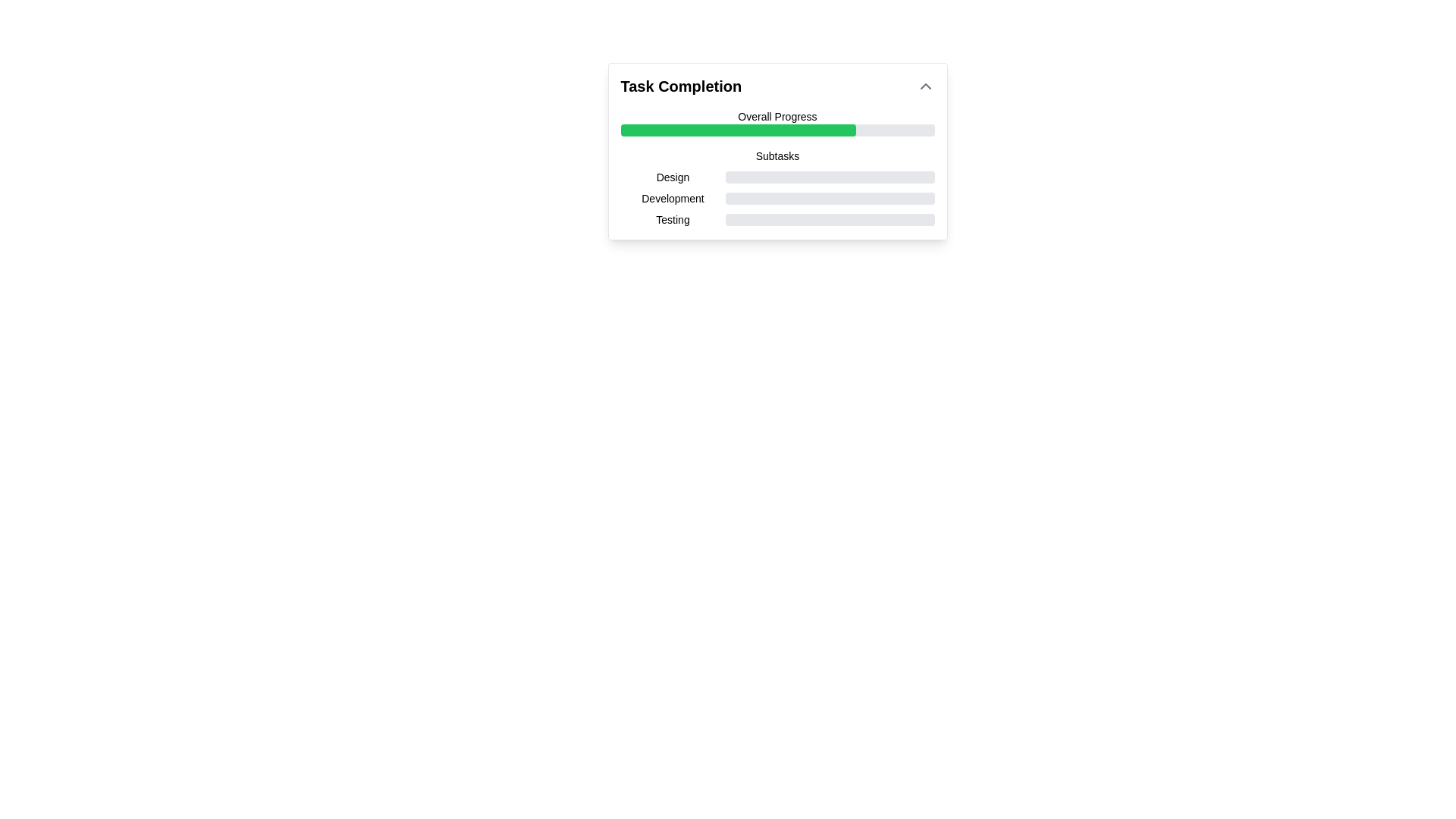 The width and height of the screenshot is (1456, 819). I want to click on the upward chevron button located to the right of the 'Task Completion' text in the header section, so click(924, 86).